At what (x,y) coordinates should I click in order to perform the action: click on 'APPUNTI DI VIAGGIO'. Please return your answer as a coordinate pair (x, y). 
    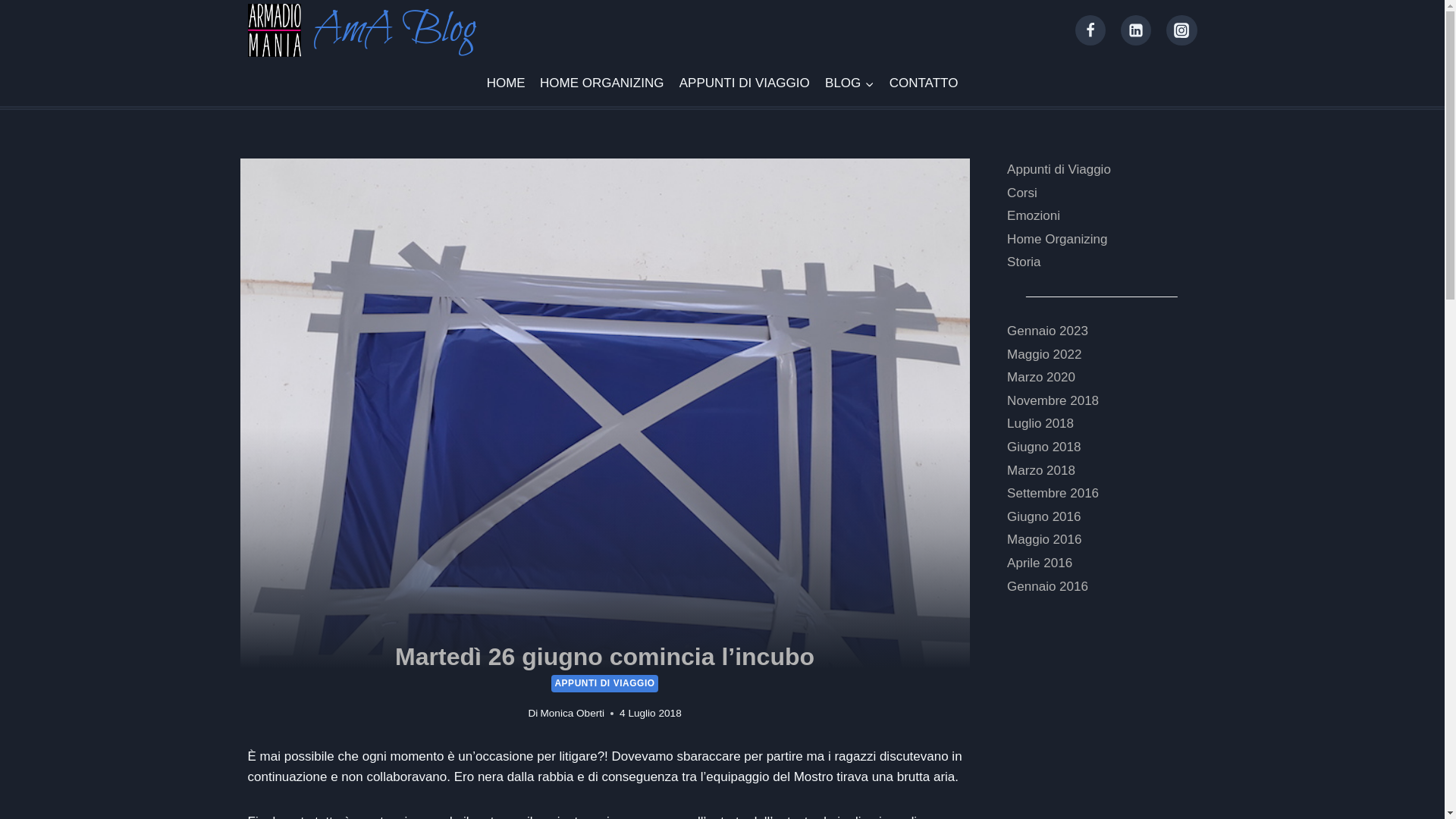
    Looking at the image, I should click on (745, 83).